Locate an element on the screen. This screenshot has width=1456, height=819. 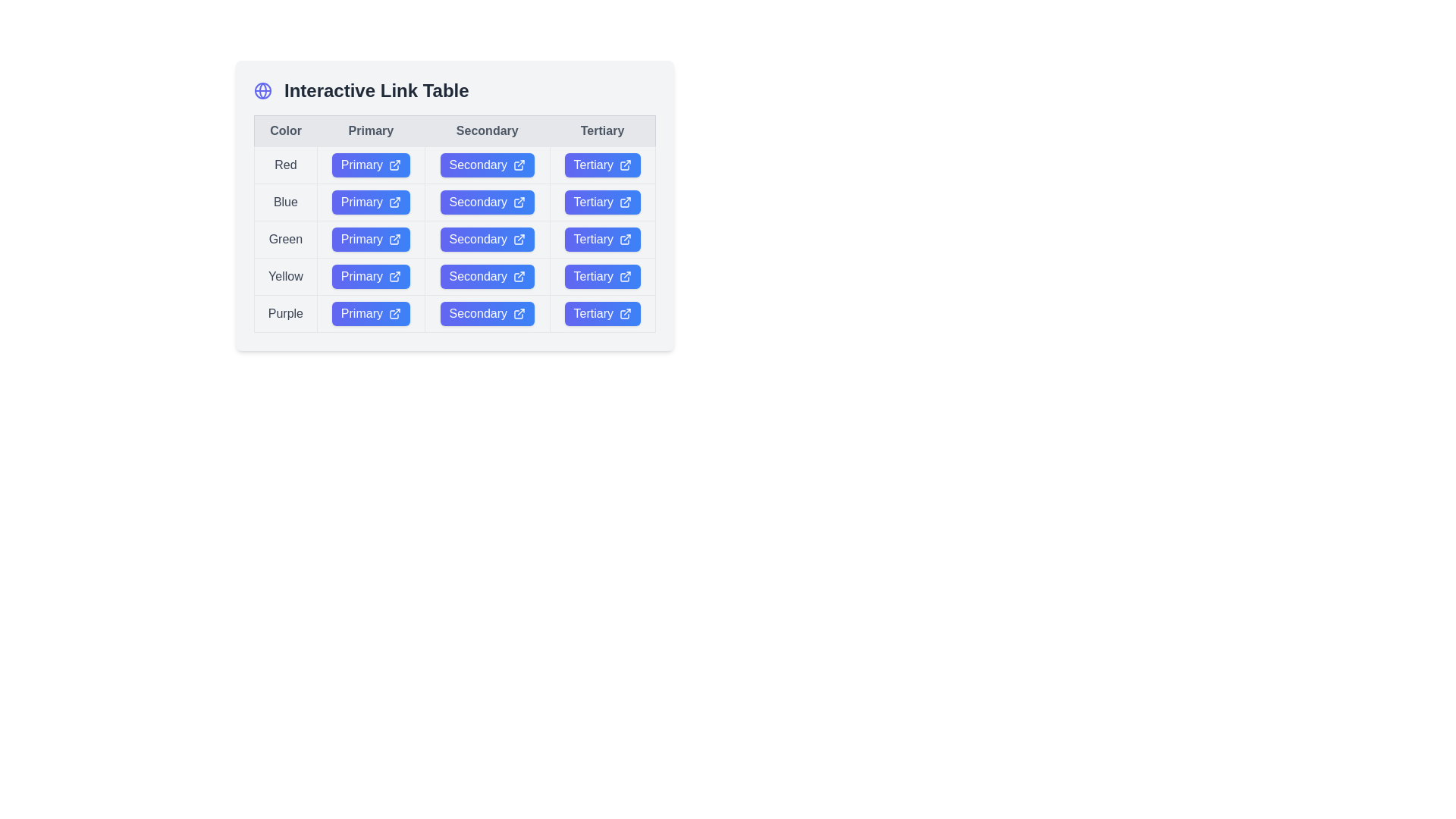
the interactive button labeled 'Tertiary' which is the third item in the row labeled 'Yellow' in the table is located at coordinates (592, 277).